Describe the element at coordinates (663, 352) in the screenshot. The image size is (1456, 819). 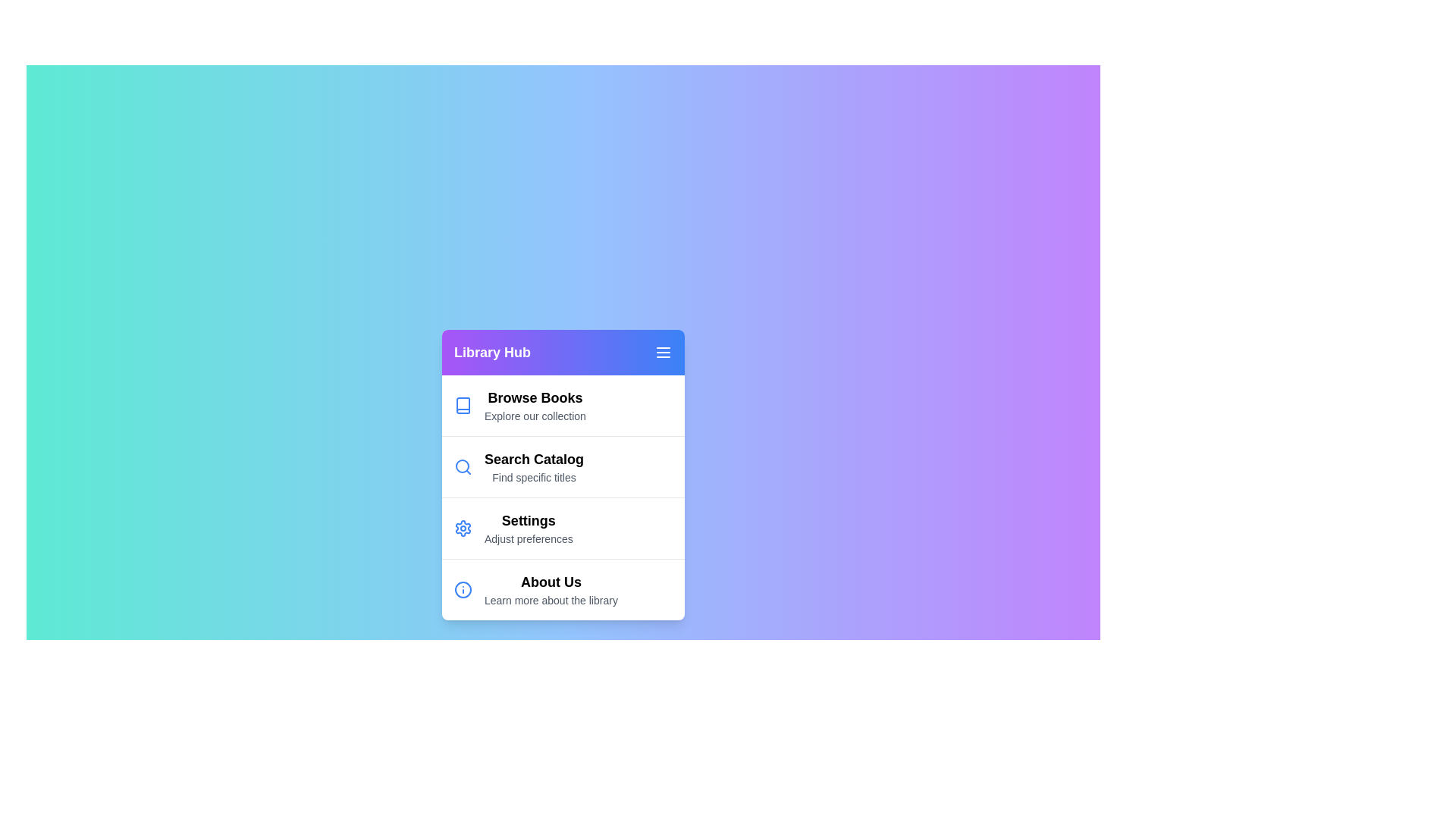
I see `the menu button to toggle the menu visibility` at that location.